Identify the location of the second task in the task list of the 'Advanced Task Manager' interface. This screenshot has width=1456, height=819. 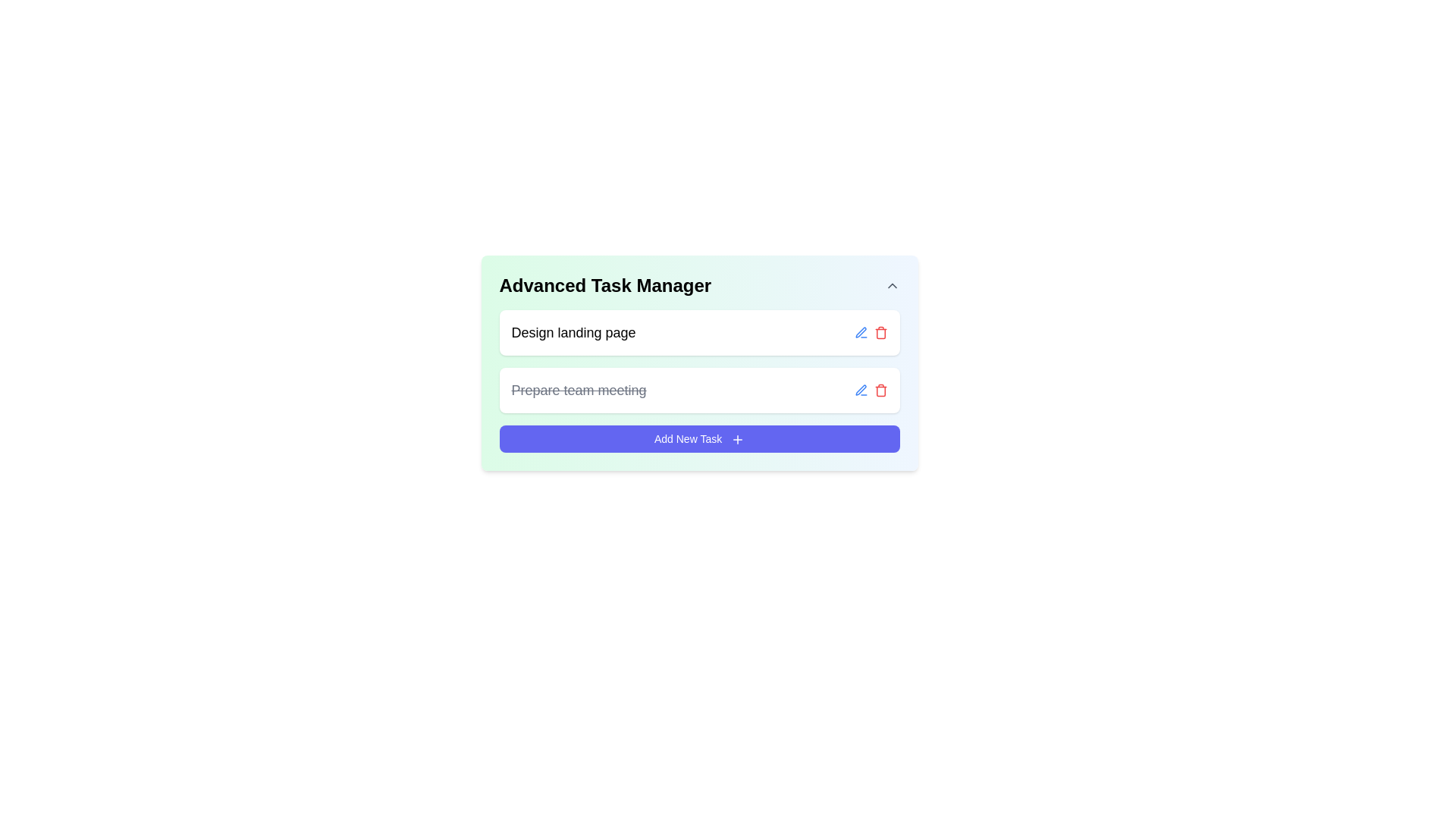
(698, 390).